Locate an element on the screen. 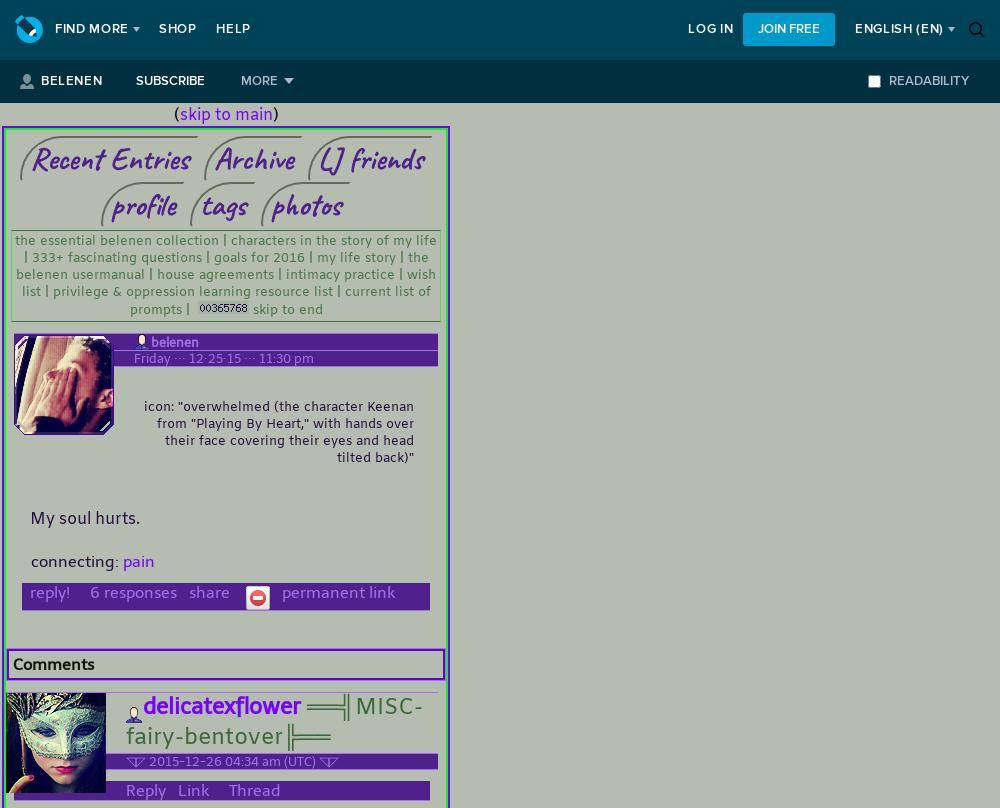 The width and height of the screenshot is (1000, 808). 'house agreements' is located at coordinates (214, 275).